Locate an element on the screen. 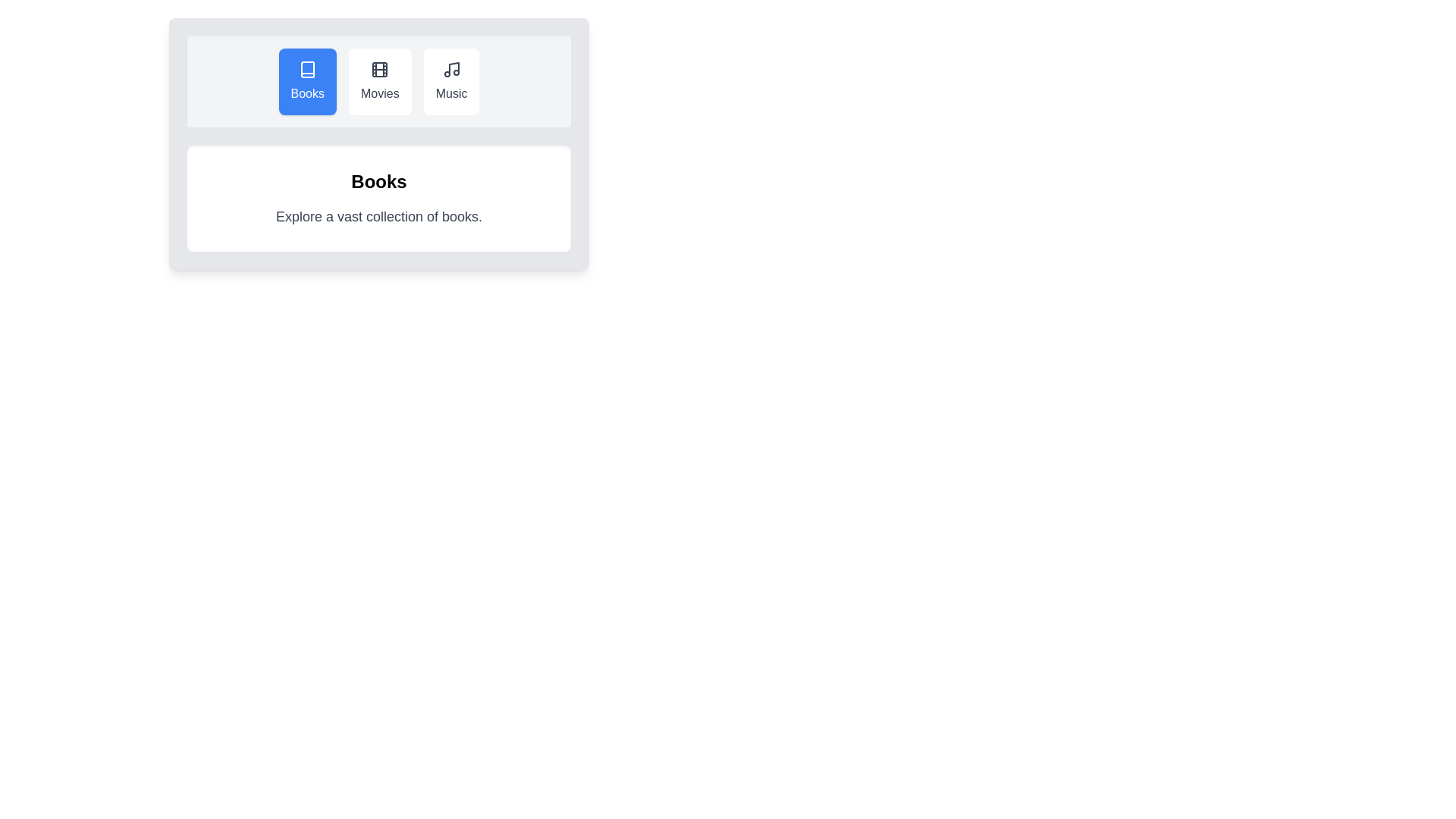 The height and width of the screenshot is (819, 1456). the tab with title Music to select it is located at coordinates (450, 82).